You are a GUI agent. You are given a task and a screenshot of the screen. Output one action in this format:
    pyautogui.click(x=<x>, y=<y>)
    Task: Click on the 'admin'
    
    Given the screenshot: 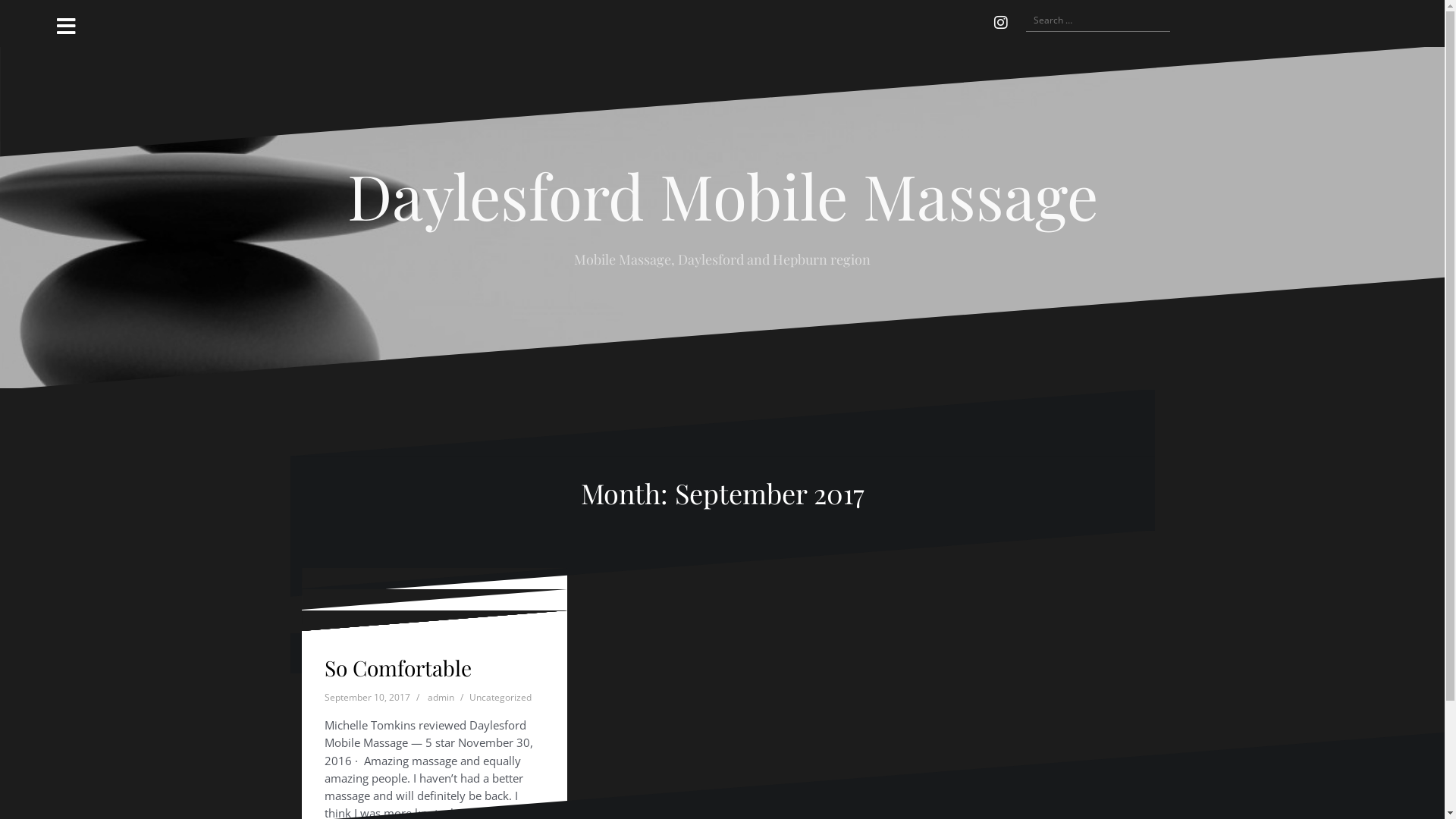 What is the action you would take?
    pyautogui.click(x=427, y=697)
    